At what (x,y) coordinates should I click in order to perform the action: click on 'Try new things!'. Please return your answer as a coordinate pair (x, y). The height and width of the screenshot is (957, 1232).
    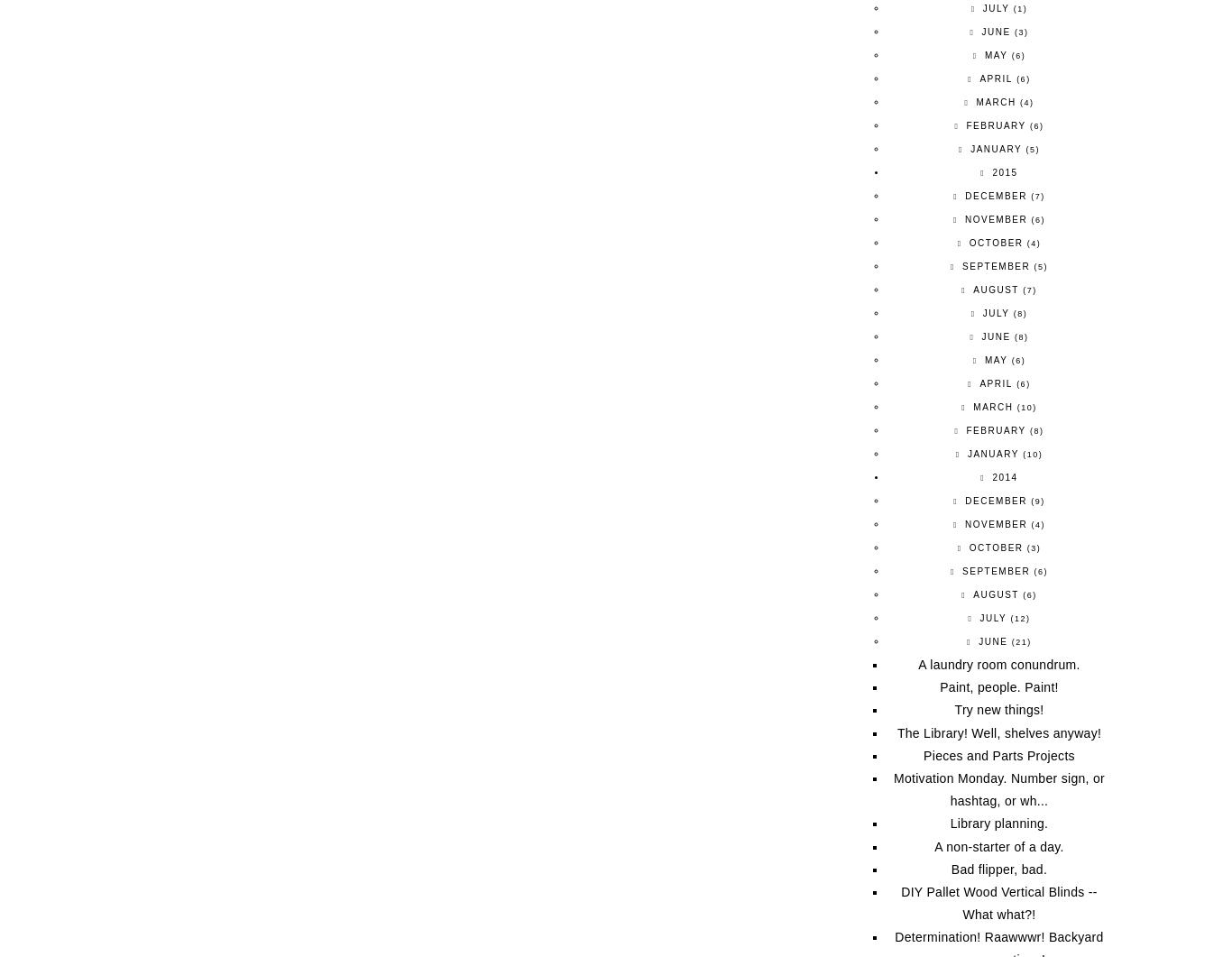
    Looking at the image, I should click on (998, 710).